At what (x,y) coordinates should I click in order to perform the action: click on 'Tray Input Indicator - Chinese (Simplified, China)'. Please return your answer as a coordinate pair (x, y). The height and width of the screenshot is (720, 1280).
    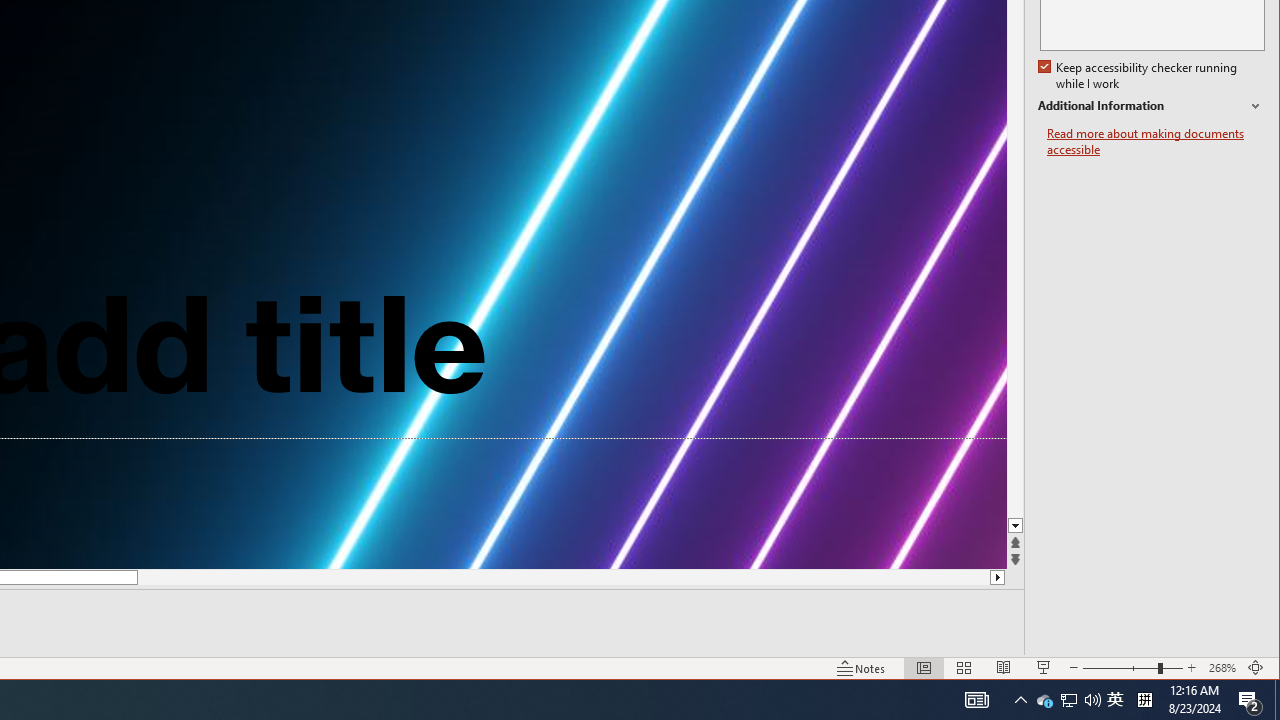
    Looking at the image, I should click on (1114, 698).